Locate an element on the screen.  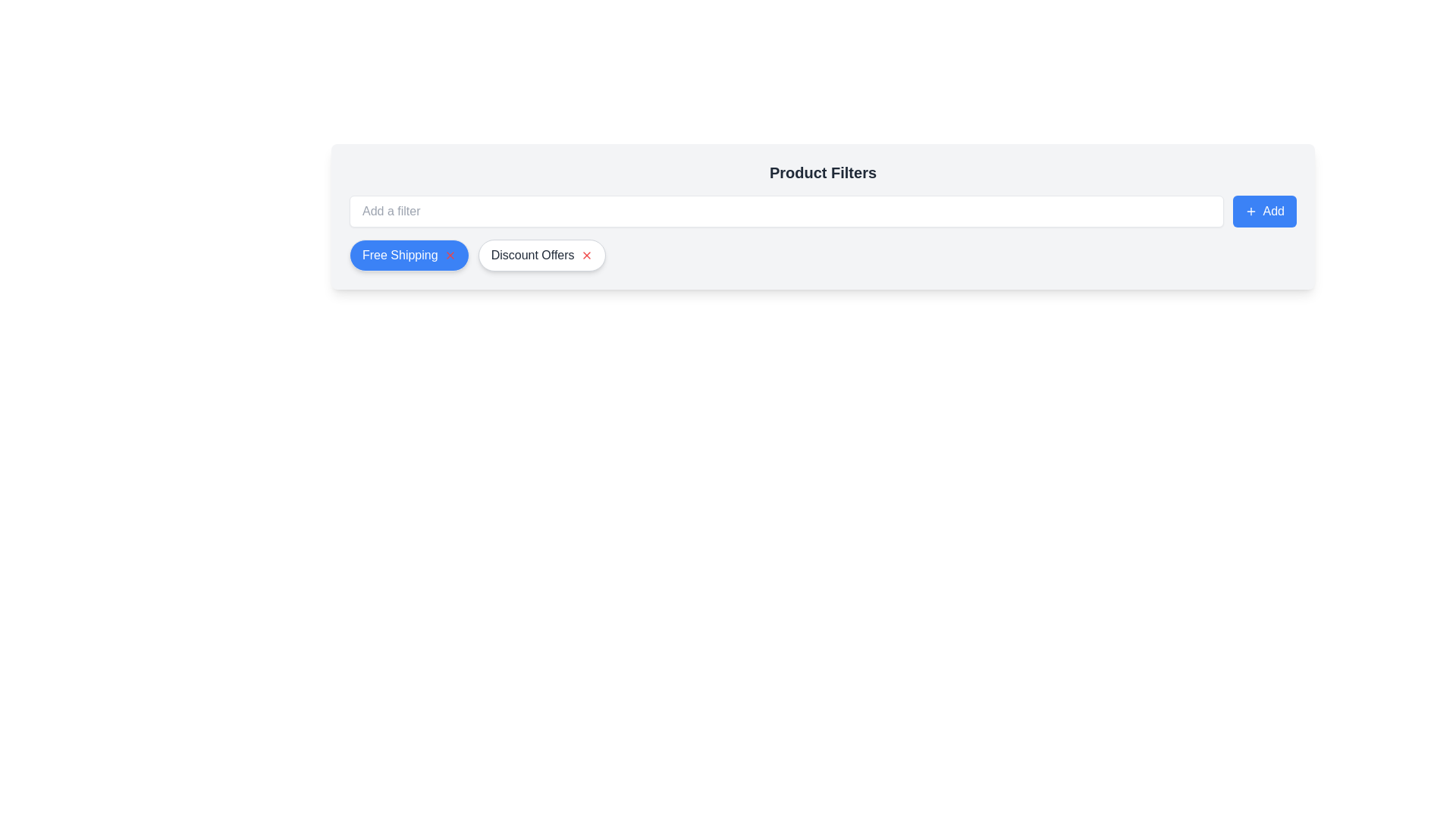
the button on the right end of the horizontal arrangement that triggers the action for adding items, located next to the input field with the placeholder 'Add a filter' is located at coordinates (1264, 211).